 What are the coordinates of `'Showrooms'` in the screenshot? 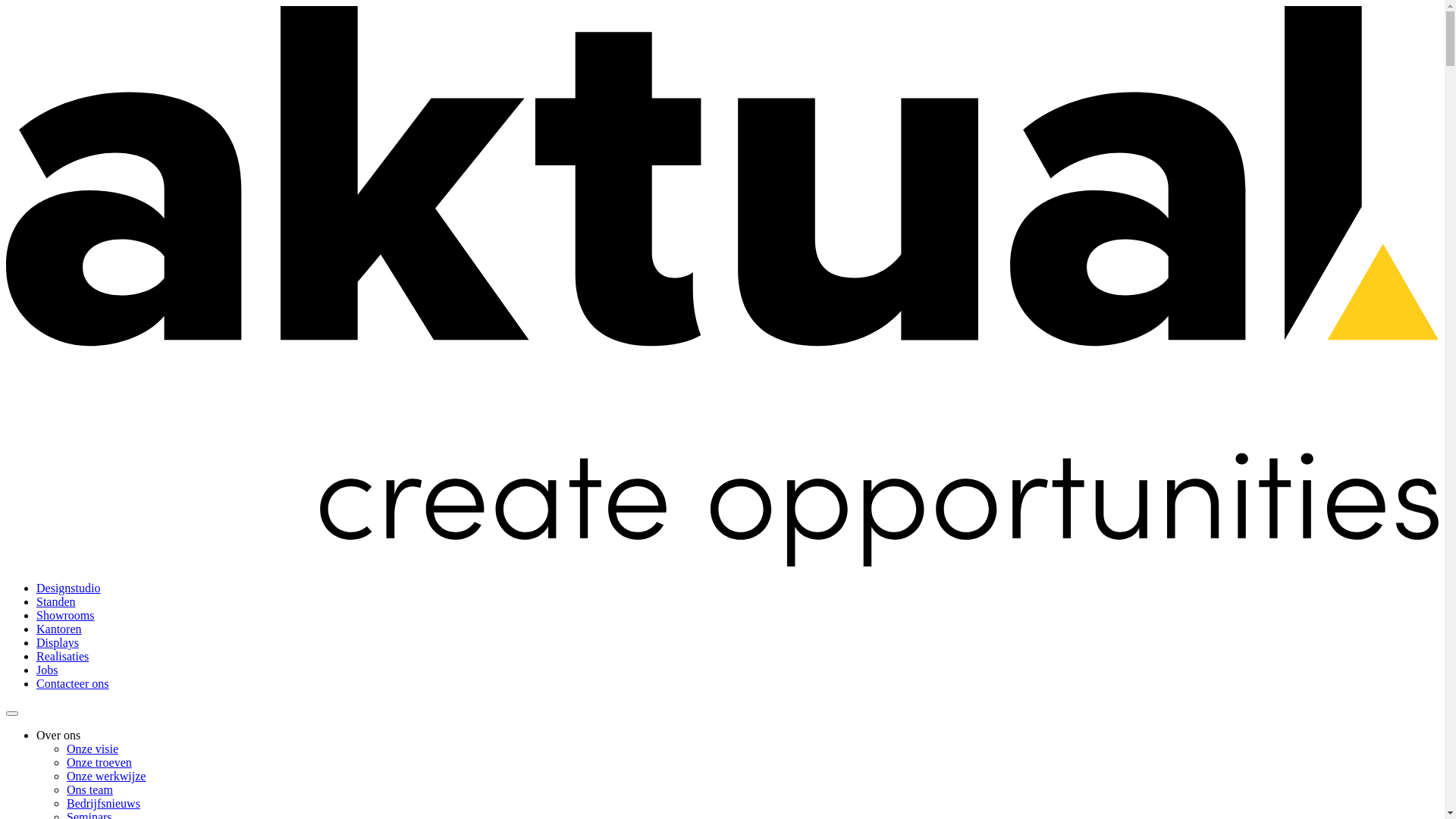 It's located at (64, 615).